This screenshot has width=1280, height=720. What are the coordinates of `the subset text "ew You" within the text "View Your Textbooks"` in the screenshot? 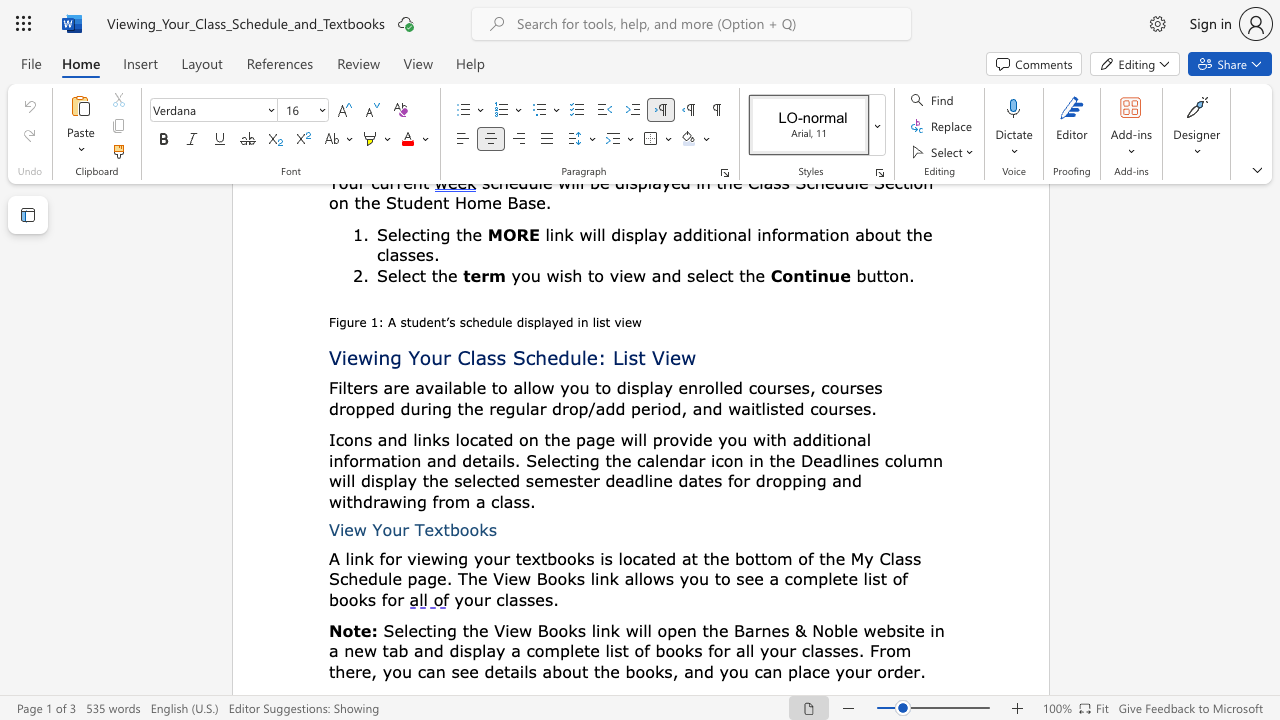 It's located at (344, 528).